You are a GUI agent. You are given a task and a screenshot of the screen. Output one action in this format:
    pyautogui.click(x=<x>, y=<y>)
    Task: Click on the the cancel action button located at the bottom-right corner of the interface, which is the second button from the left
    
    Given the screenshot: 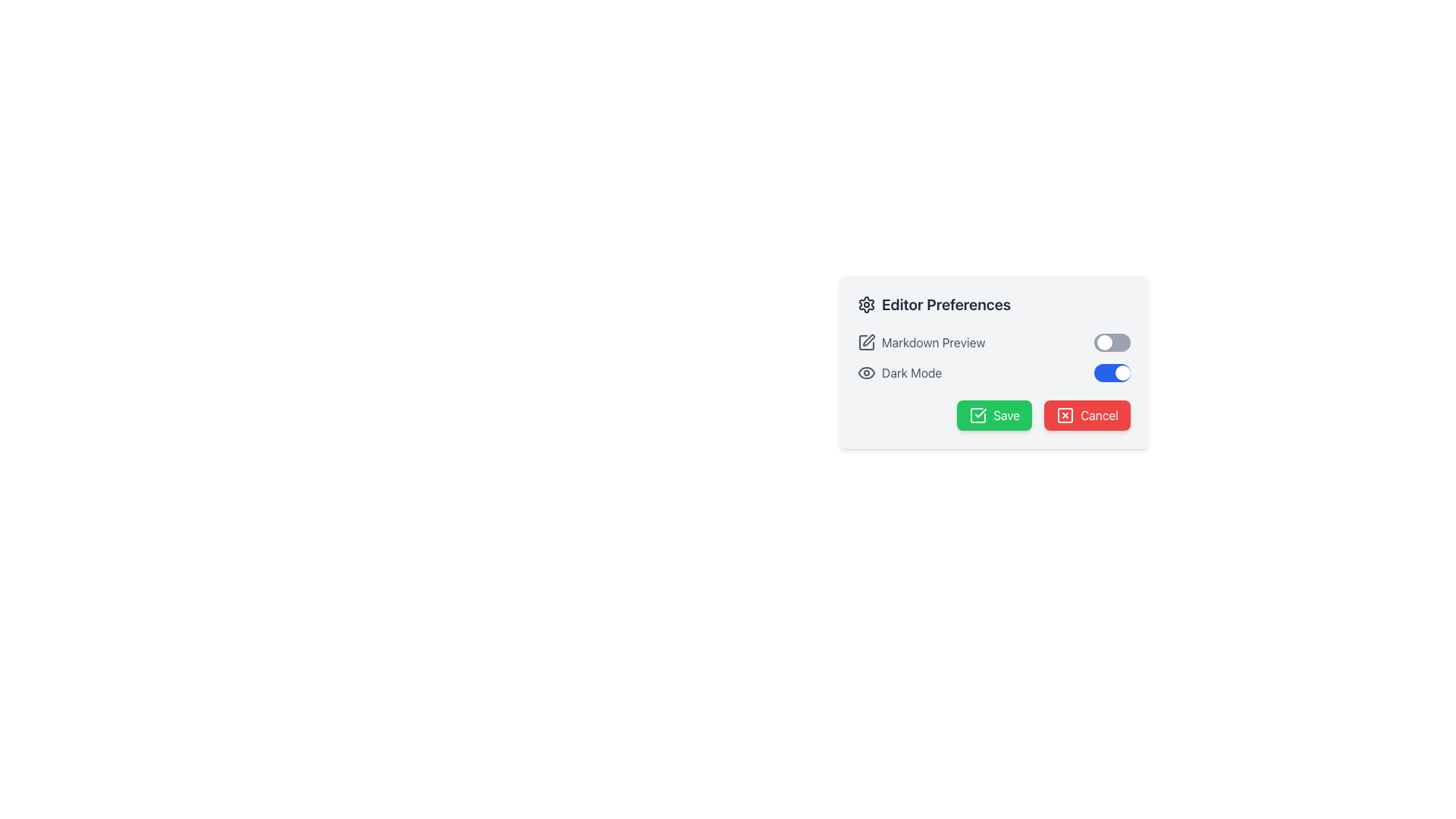 What is the action you would take?
    pyautogui.click(x=1087, y=415)
    